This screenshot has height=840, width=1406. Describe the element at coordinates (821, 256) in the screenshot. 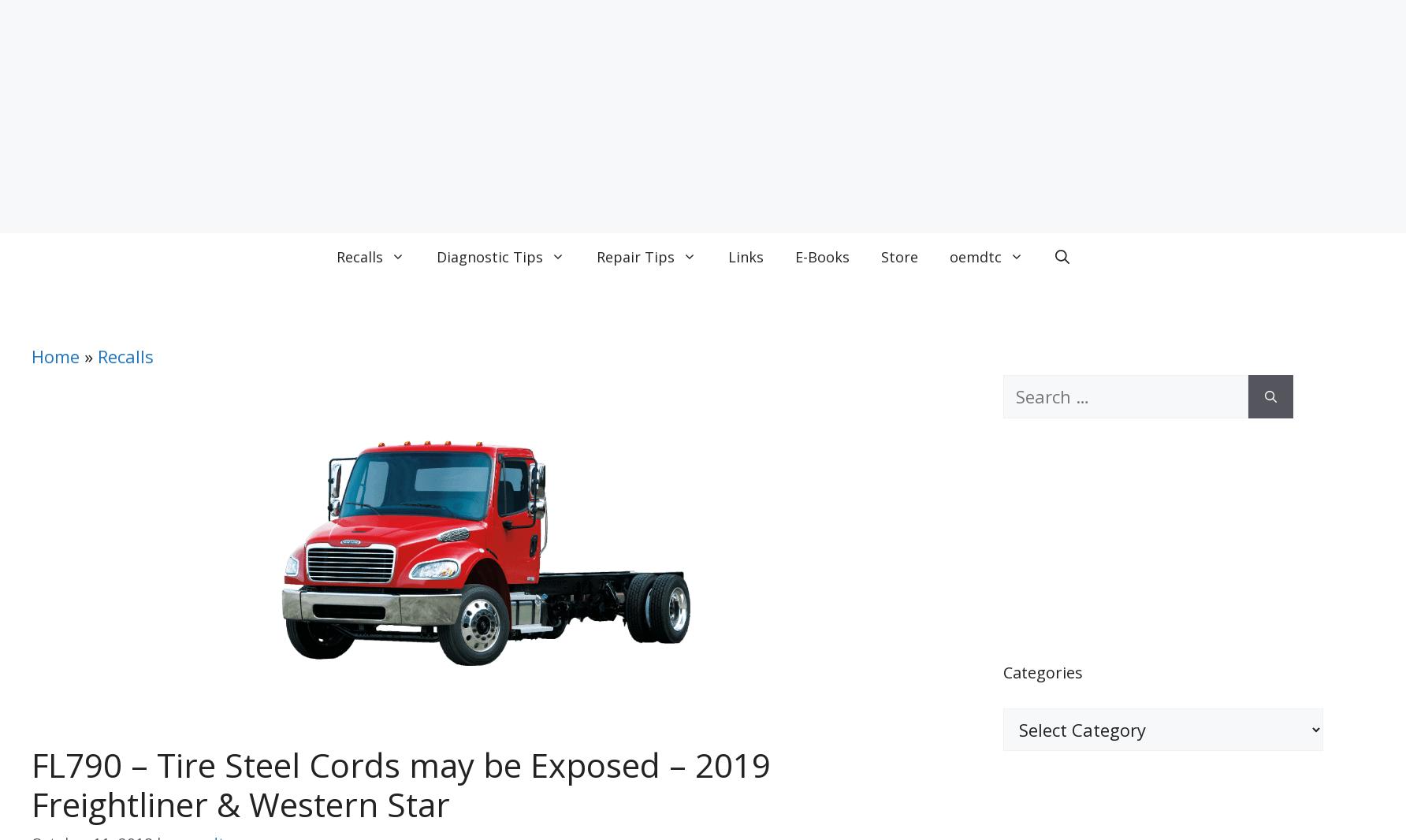

I see `'E-Books'` at that location.